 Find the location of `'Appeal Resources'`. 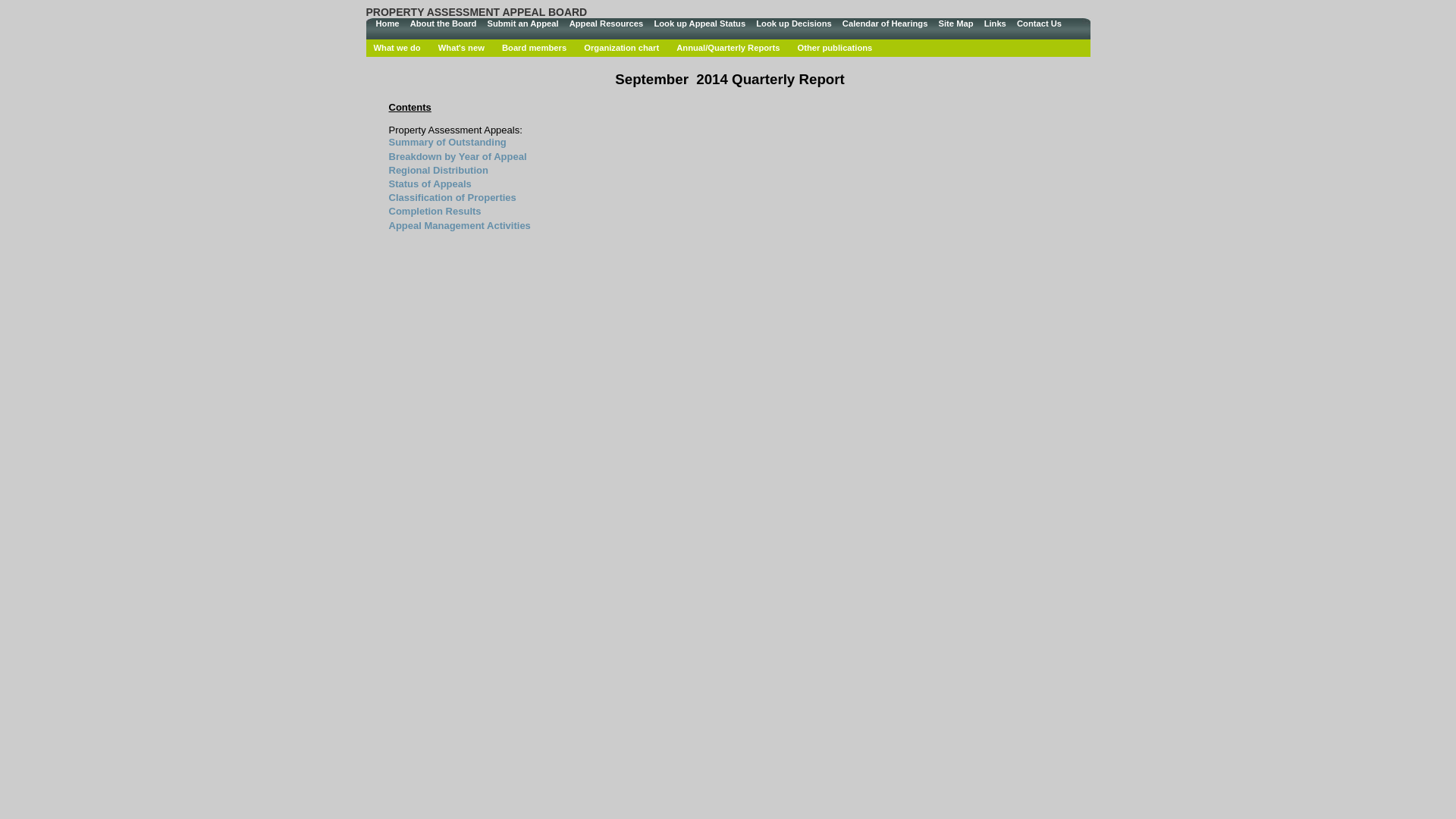

'Appeal Resources' is located at coordinates (607, 24).